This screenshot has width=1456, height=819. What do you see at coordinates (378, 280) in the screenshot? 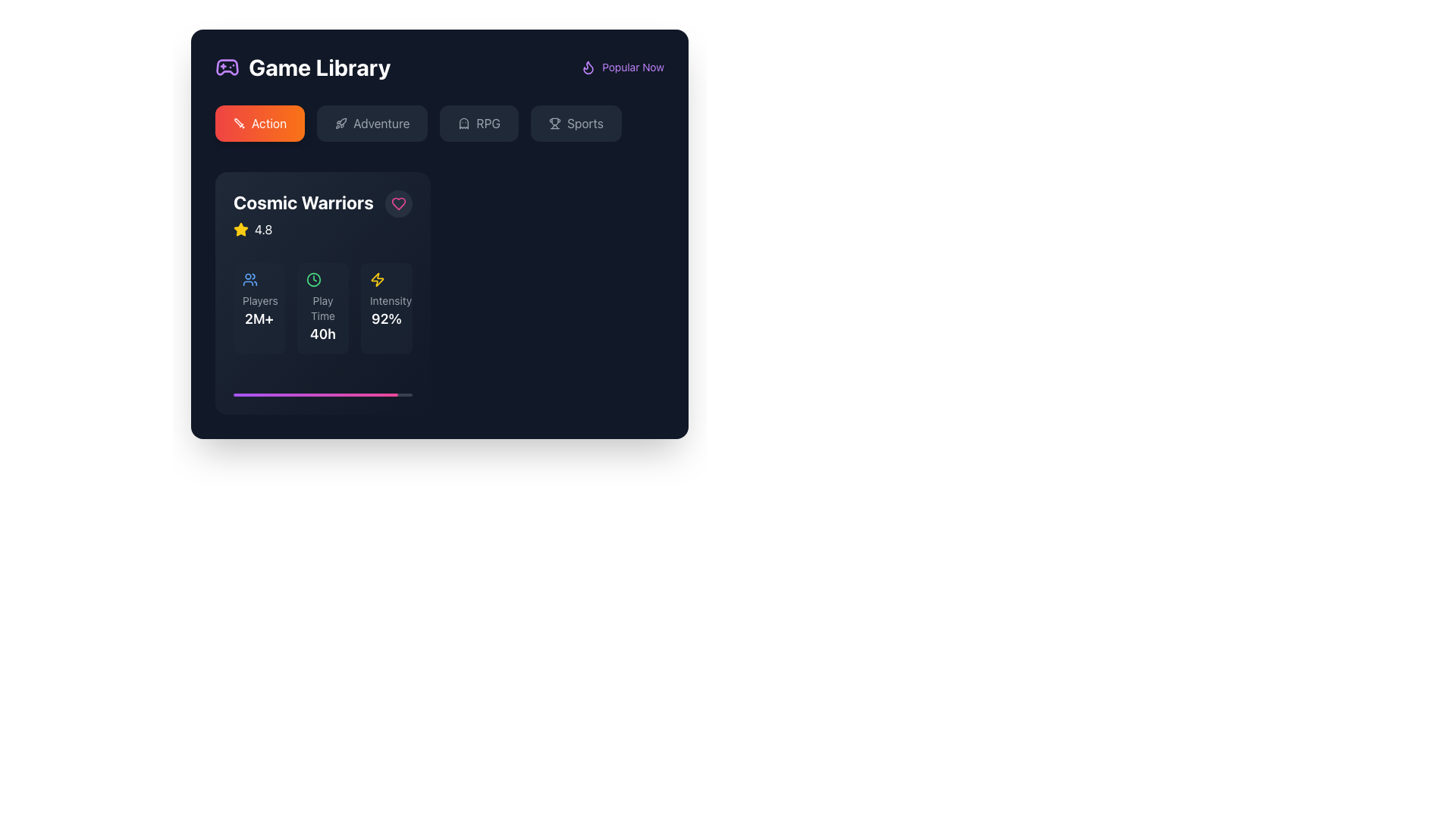
I see `the yellow lightning bolt icon within the 'Intensity 92%' section of the 'Cosmic Warriors' card to associate it with the textual context` at bounding box center [378, 280].